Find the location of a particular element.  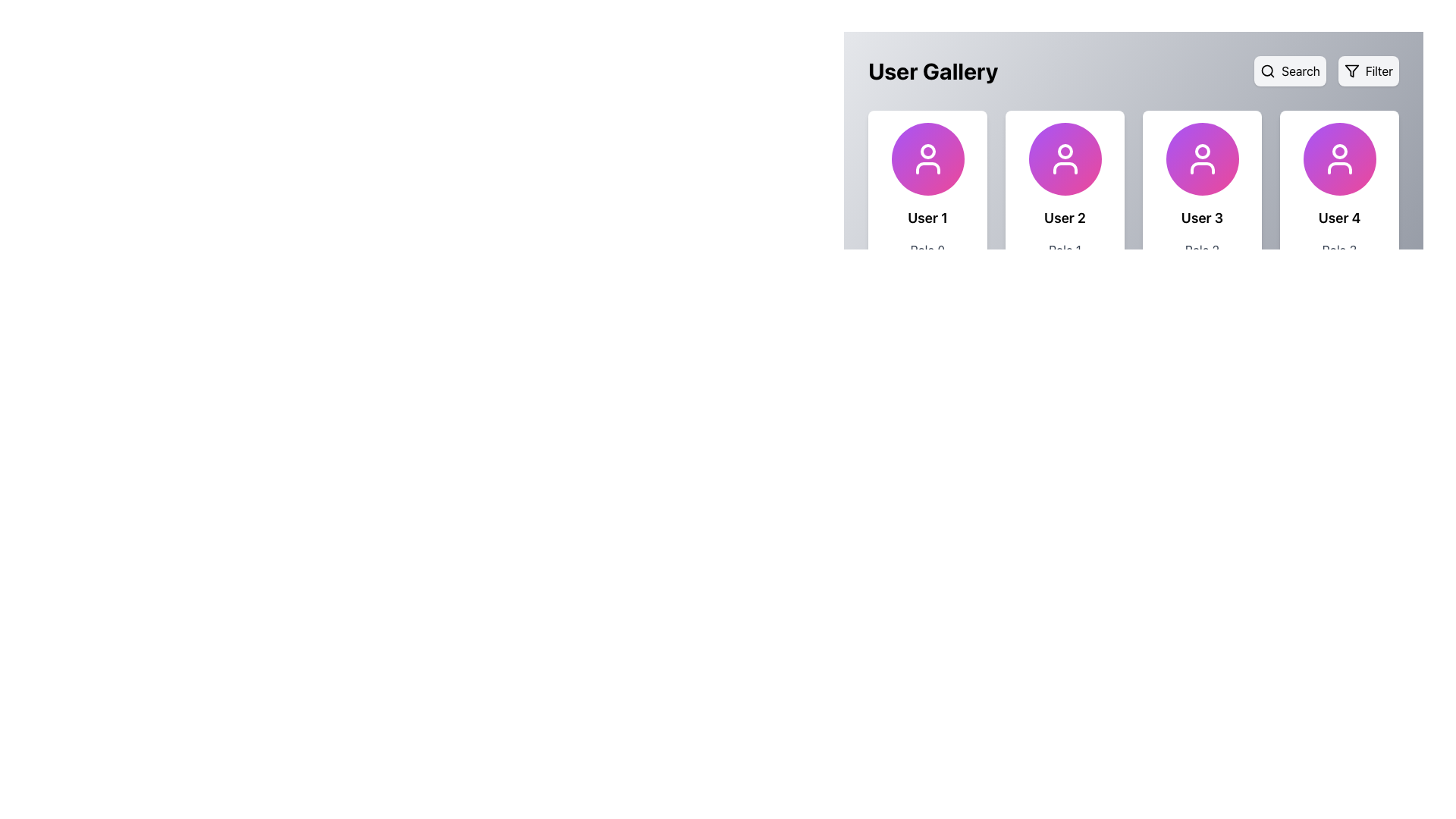

the third user card in the 'User Gallery' section, which contains the icon of a user, the name 'User 3', the role 'Role 2', and a blue button labeled 'View Profile' is located at coordinates (1201, 221).